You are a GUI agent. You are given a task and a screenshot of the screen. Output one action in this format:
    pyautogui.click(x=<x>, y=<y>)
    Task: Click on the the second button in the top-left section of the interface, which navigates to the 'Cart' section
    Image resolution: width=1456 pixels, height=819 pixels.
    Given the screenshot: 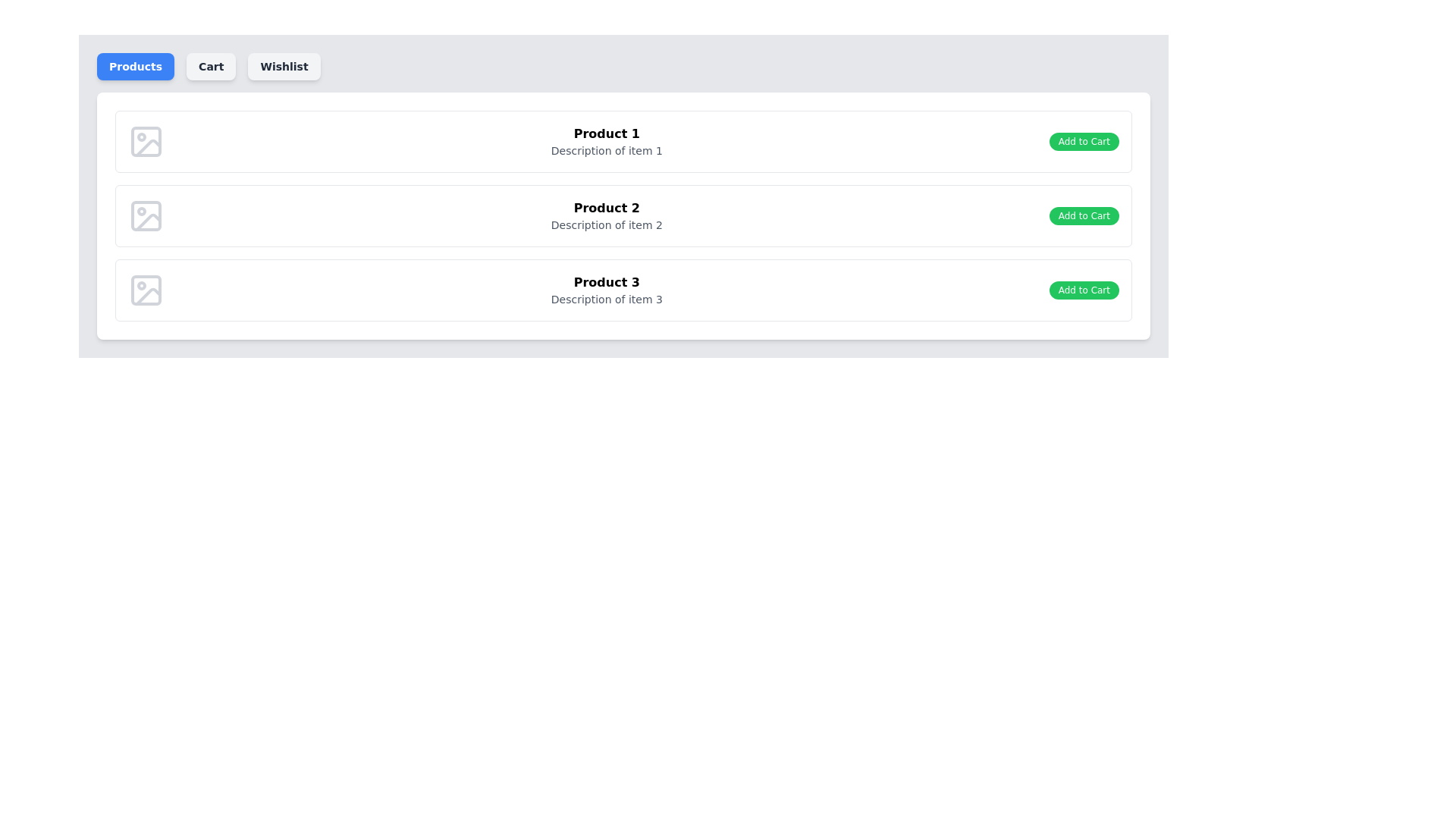 What is the action you would take?
    pyautogui.click(x=210, y=66)
    